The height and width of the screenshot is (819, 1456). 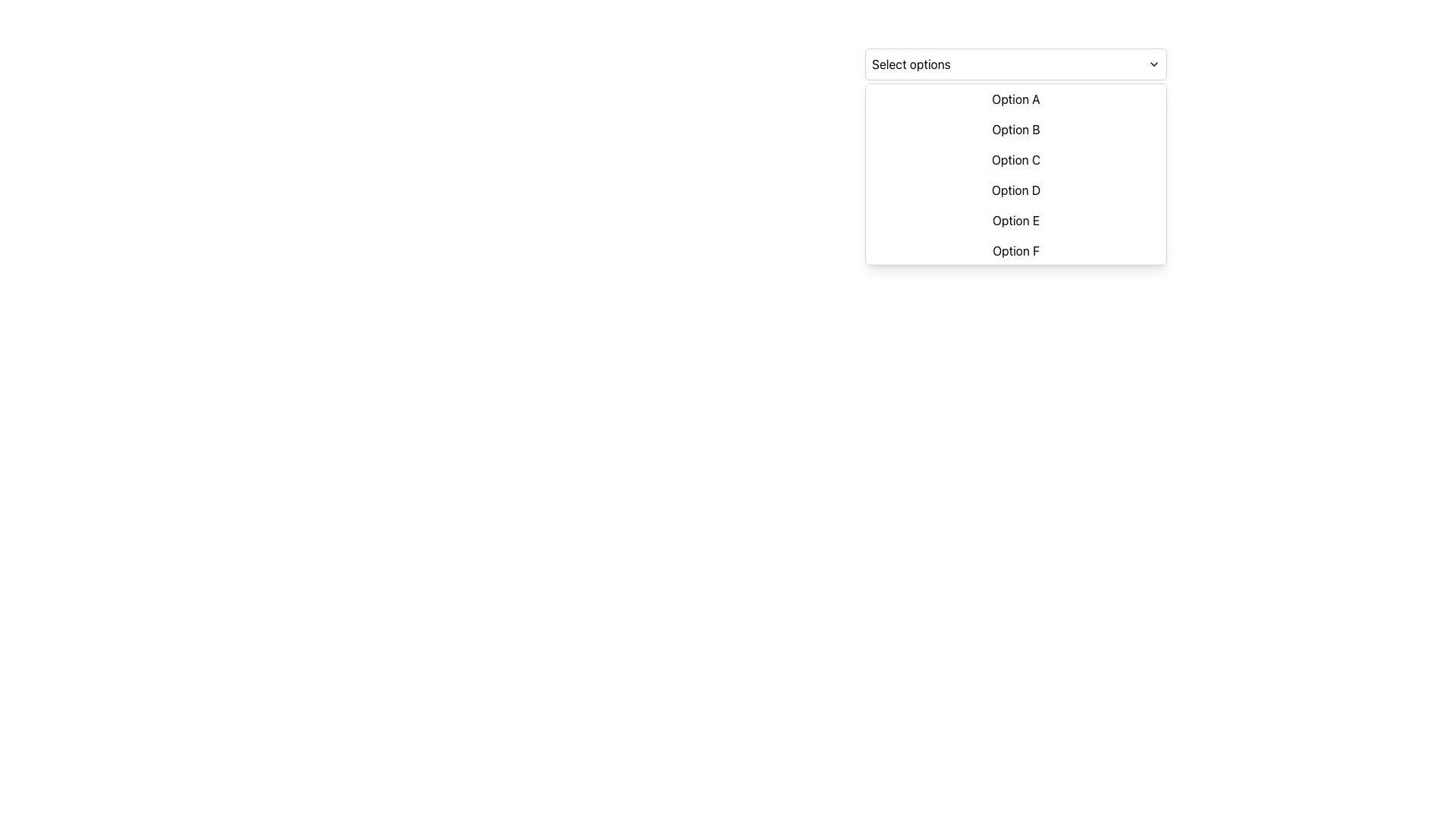 I want to click on the centrally located dropdown menu at the top of the layout, so click(x=1015, y=63).